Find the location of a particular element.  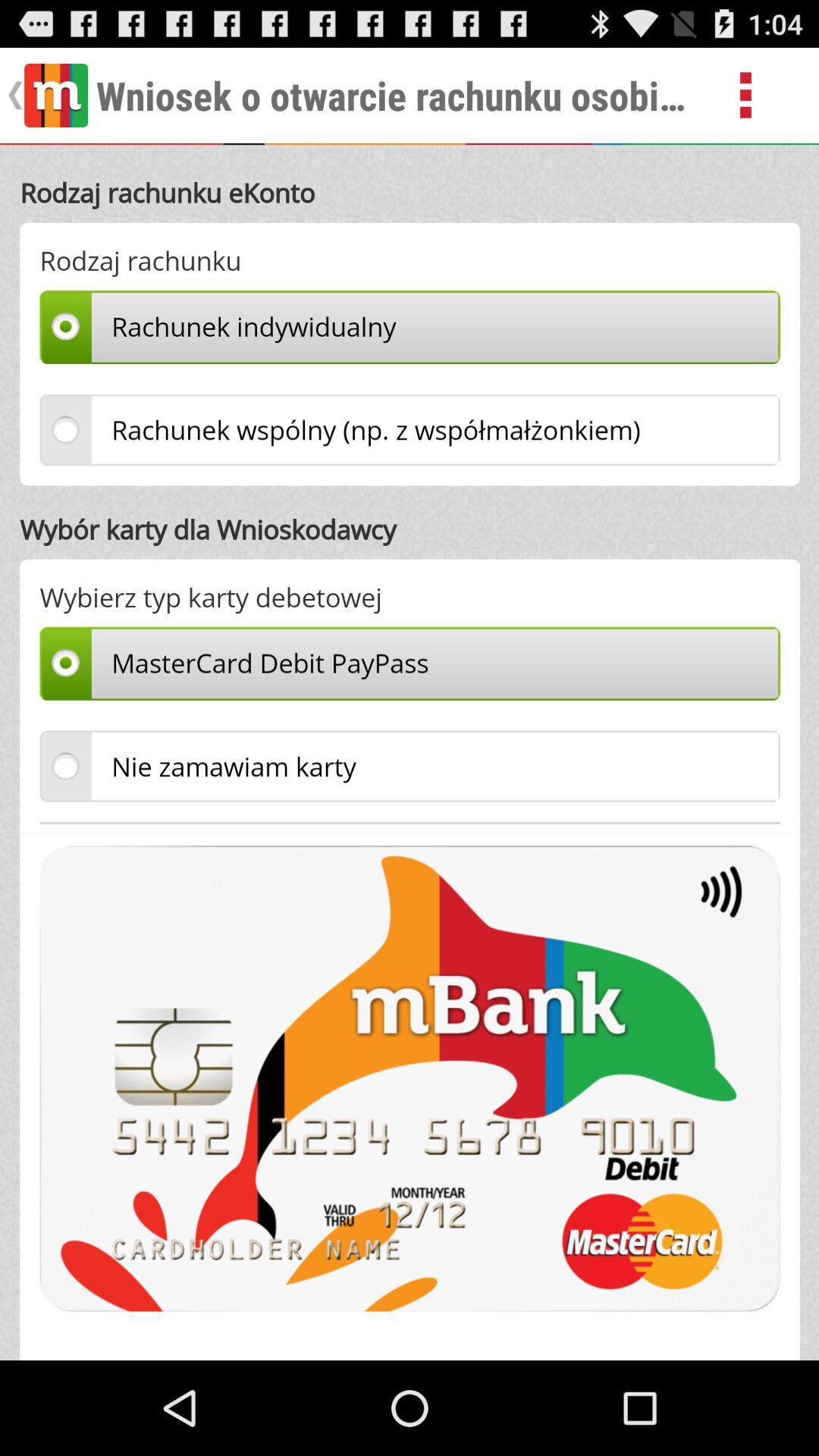

a menu is located at coordinates (763, 94).